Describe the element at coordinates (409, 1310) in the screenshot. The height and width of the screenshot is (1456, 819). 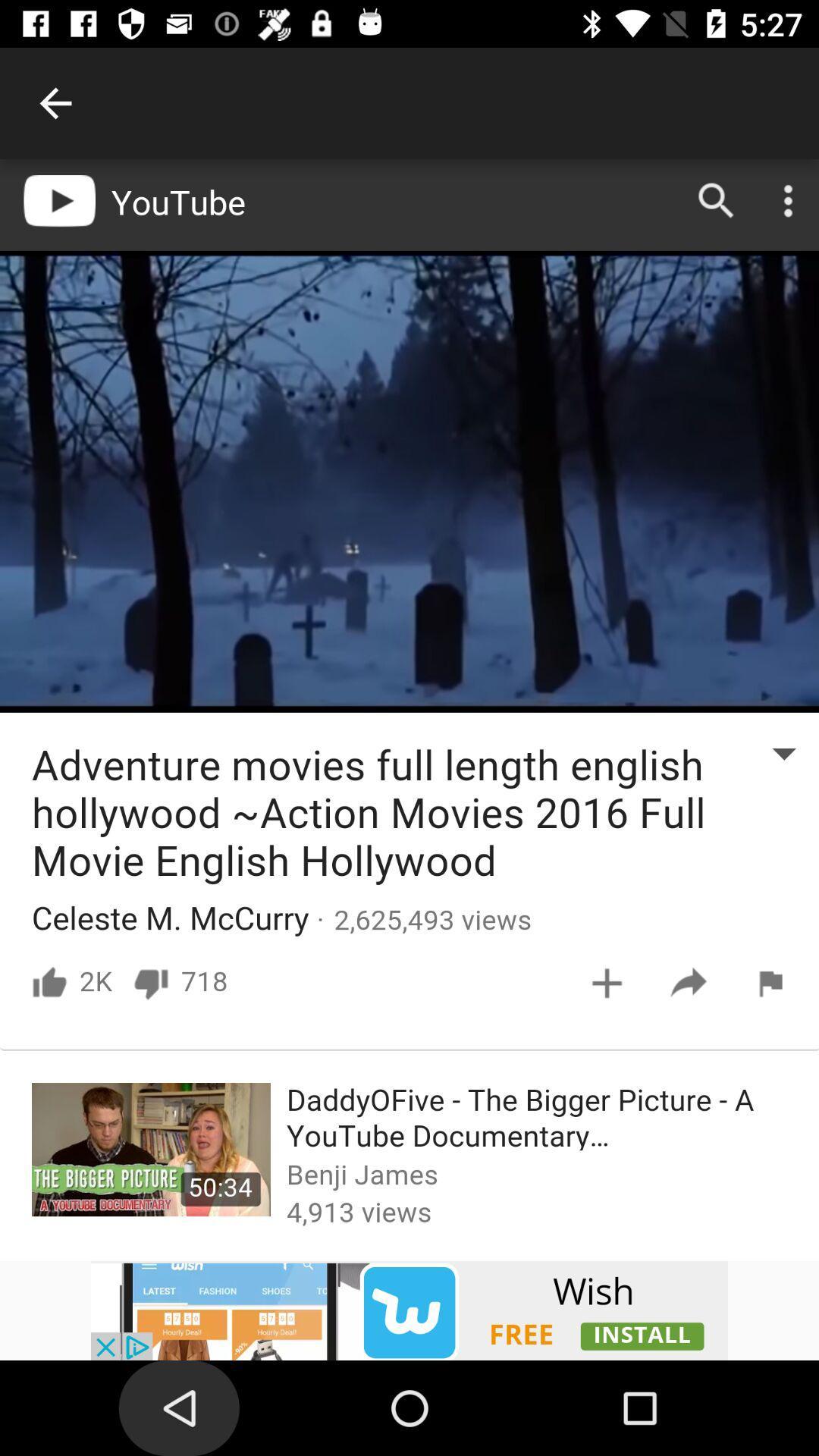
I see `advertisement banner` at that location.